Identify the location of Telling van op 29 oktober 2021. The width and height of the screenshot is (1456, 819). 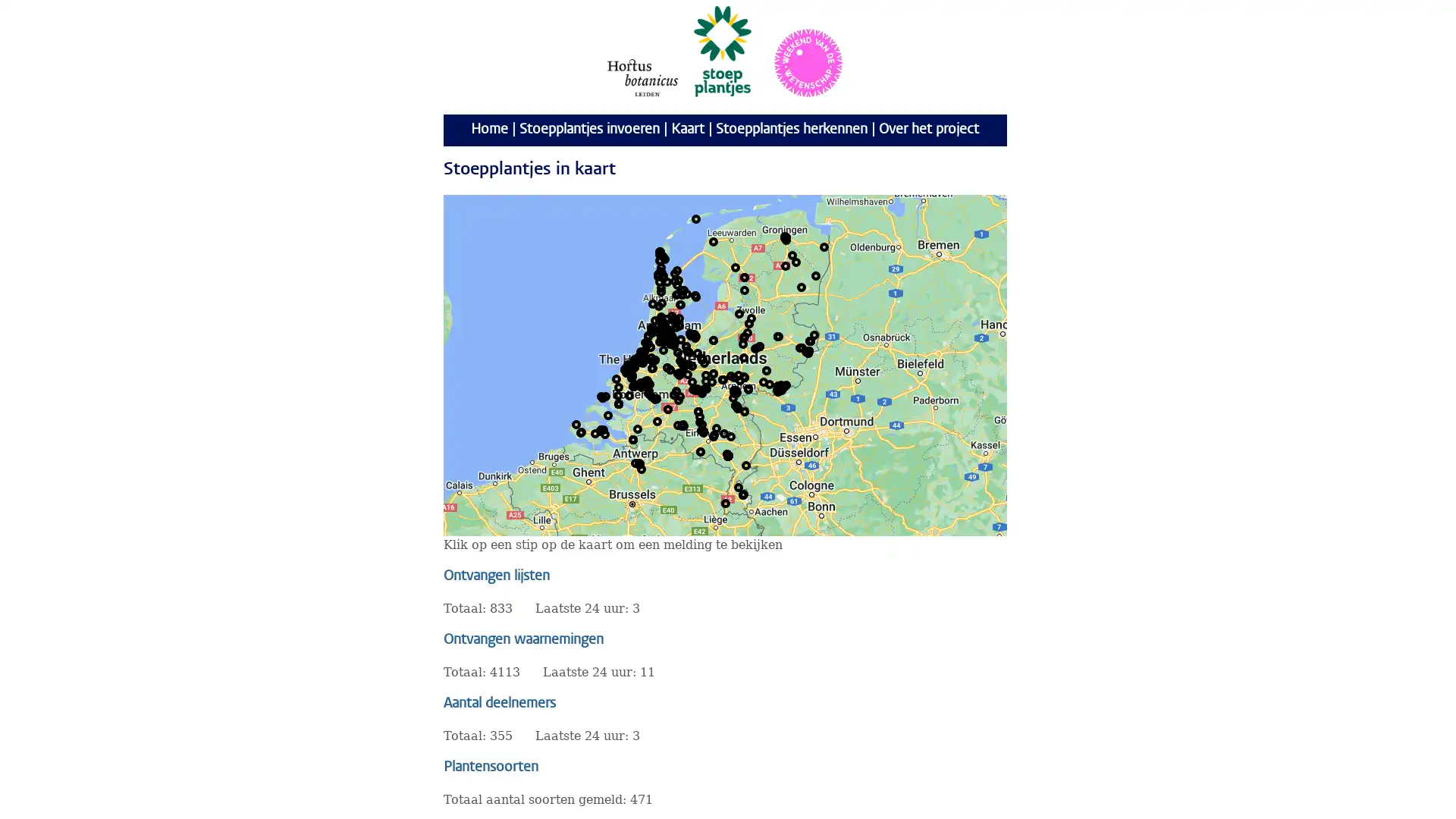
(662, 329).